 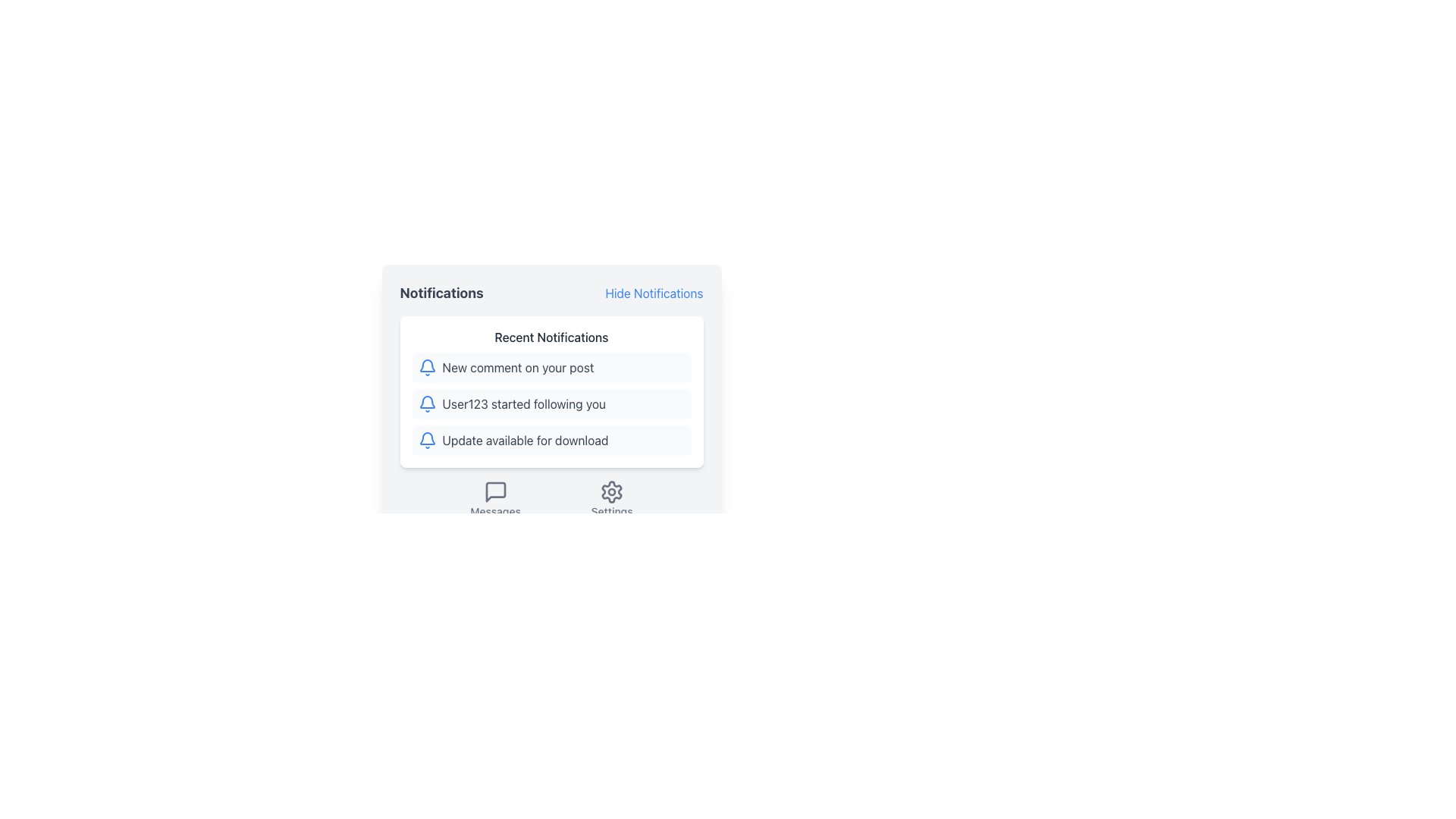 What do you see at coordinates (654, 293) in the screenshot?
I see `the button located to the right of the 'Notifications' text to hide notifications` at bounding box center [654, 293].